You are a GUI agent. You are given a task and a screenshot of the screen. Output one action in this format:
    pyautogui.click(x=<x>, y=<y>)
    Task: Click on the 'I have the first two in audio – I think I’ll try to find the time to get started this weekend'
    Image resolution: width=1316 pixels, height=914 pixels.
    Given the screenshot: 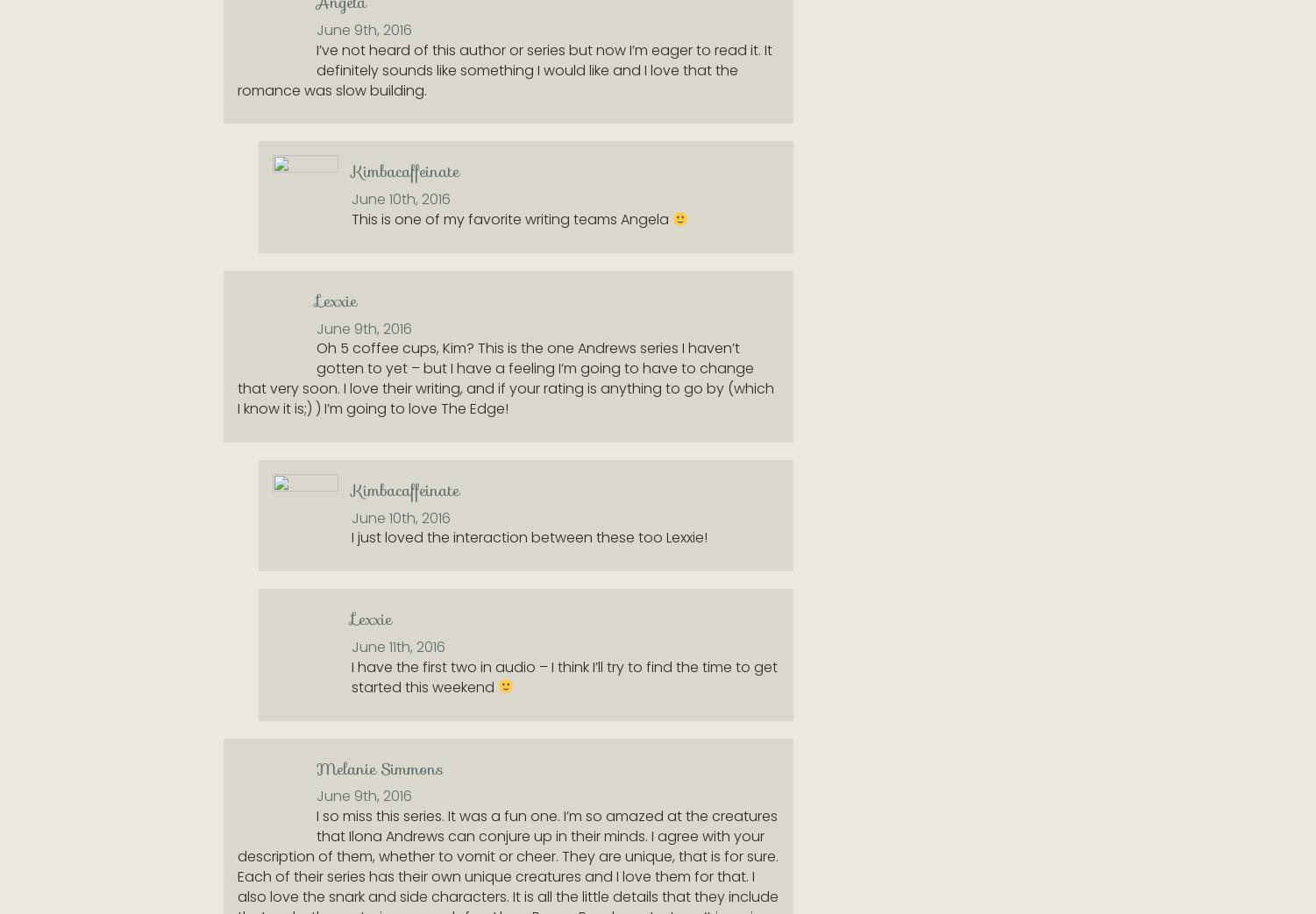 What is the action you would take?
    pyautogui.click(x=563, y=676)
    